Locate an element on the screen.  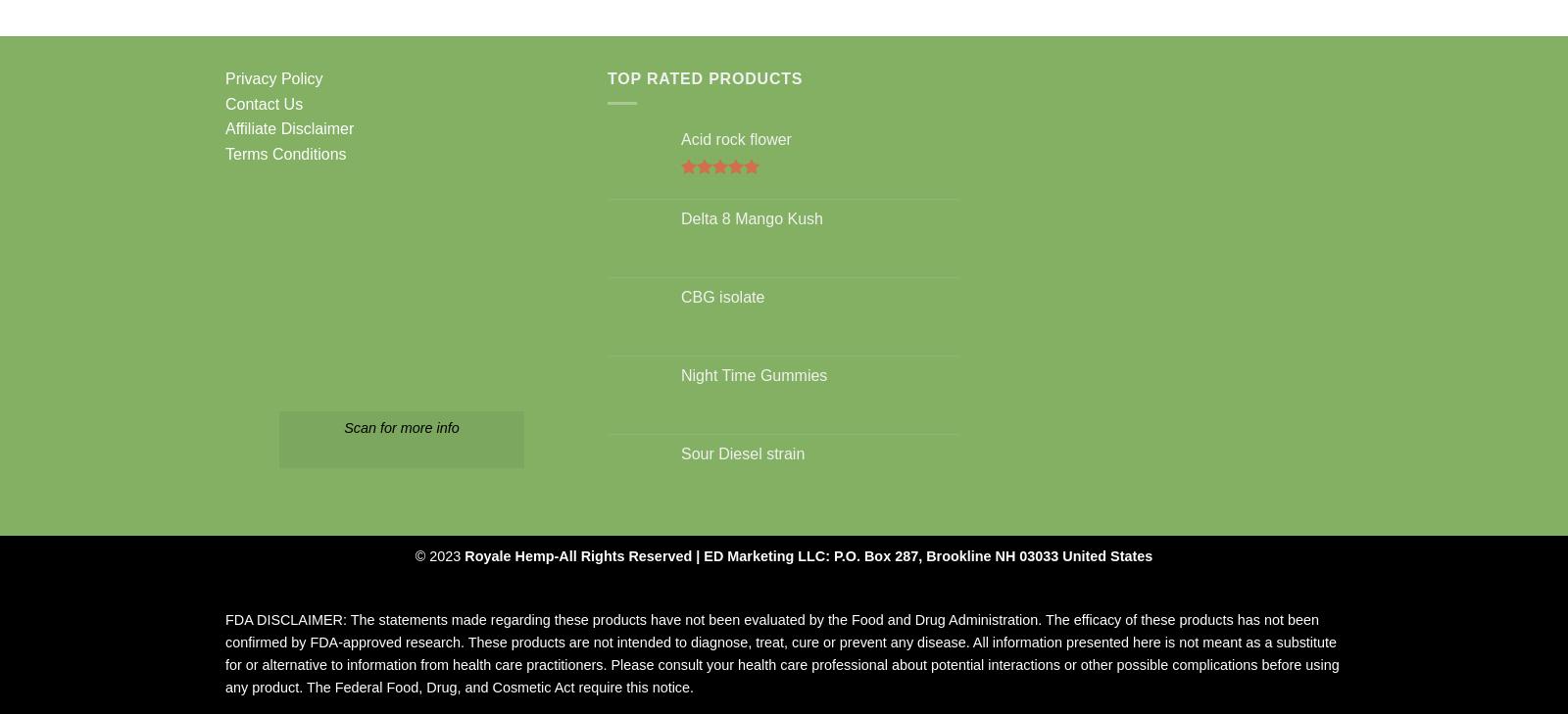
'Royale Hemp-All Rights Reserved | ED Marketing LLC: P.O. Box 287, Brookline NH 03033 United States' is located at coordinates (464, 555).